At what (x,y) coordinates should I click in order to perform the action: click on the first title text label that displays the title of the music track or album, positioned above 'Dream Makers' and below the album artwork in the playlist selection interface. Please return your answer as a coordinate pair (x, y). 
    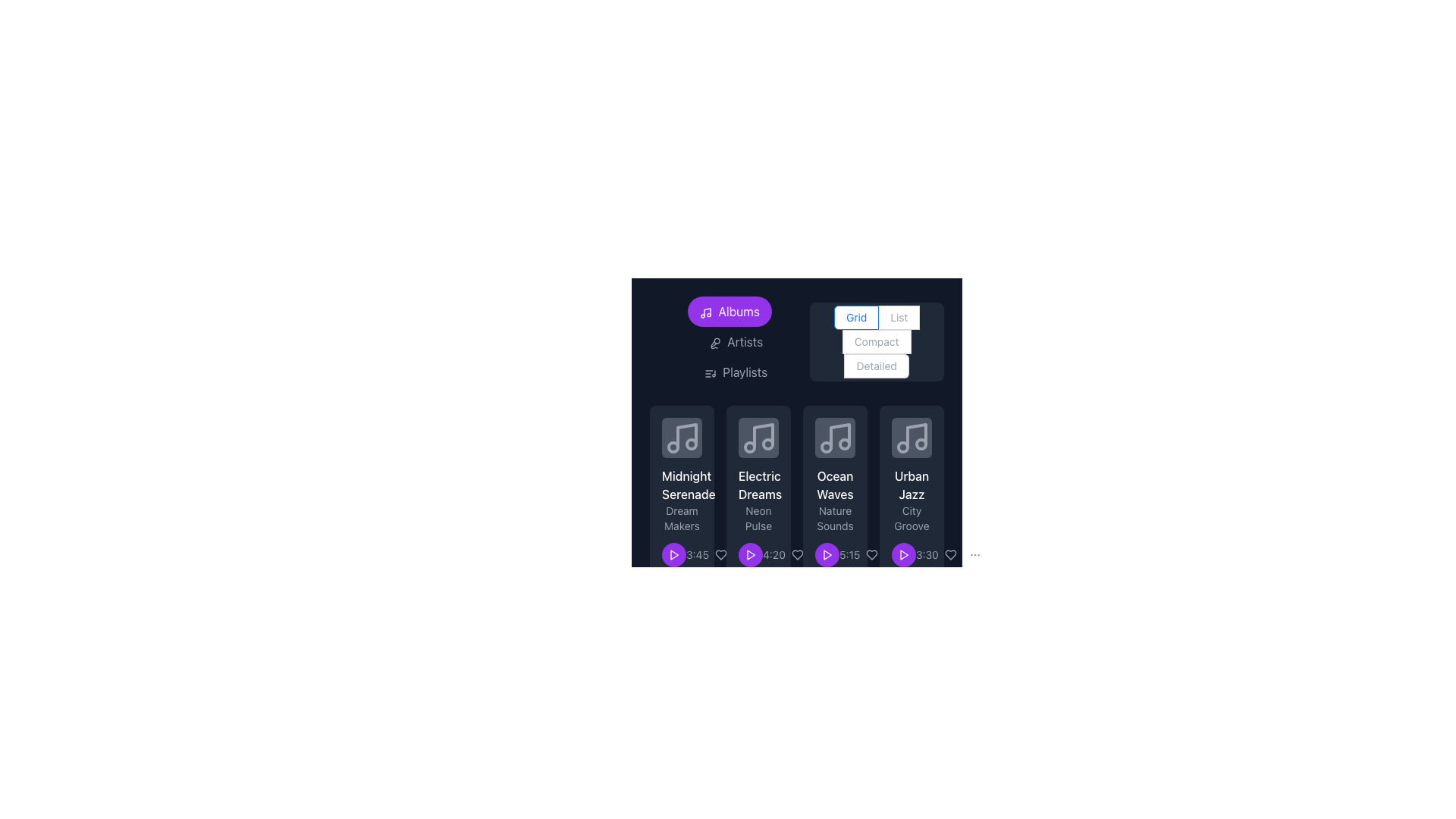
    Looking at the image, I should click on (681, 485).